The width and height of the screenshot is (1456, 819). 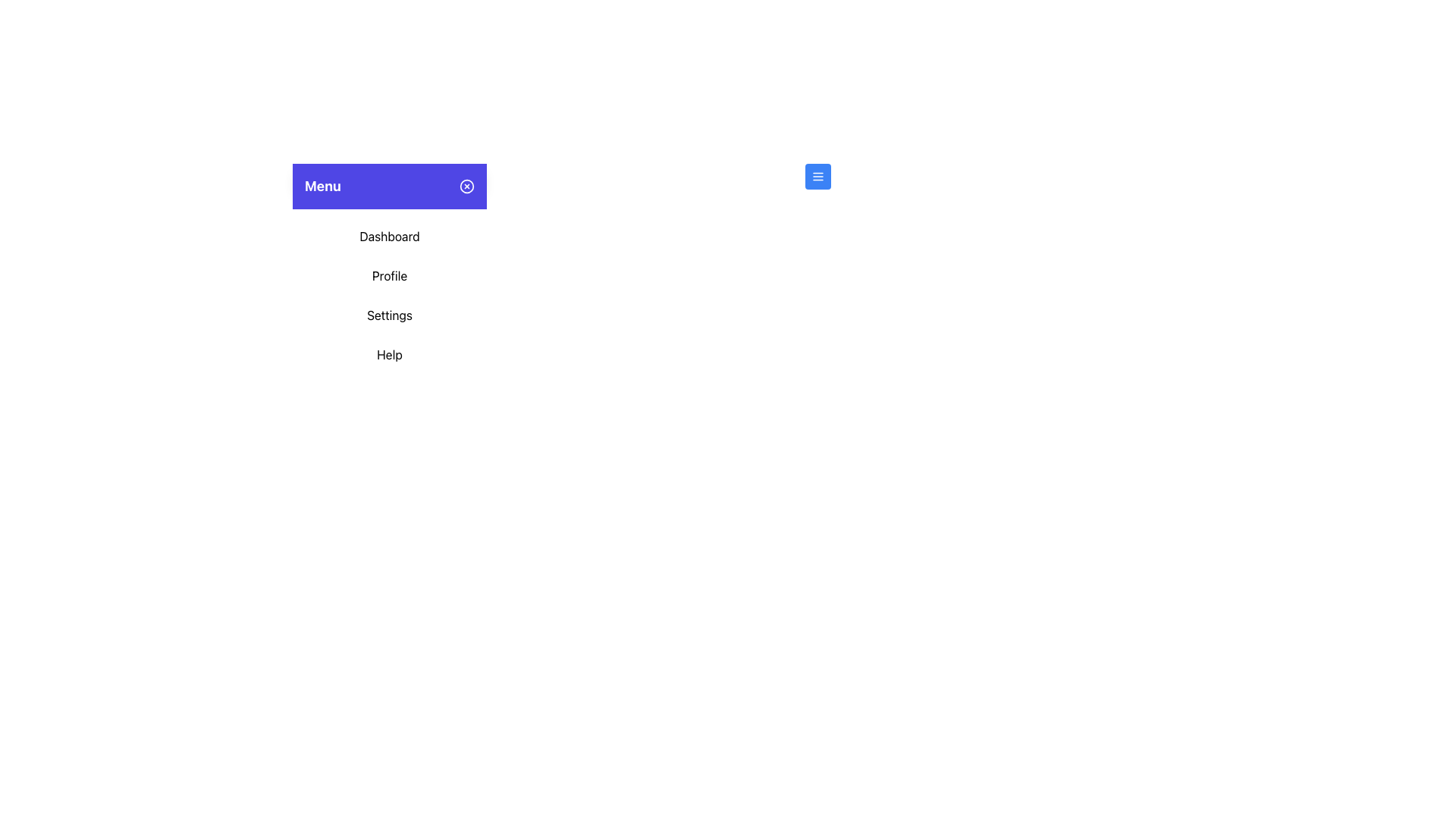 I want to click on the circular graphical element located at the top-right corner of the menu interface, which has a solid border and is part of a status indicator, so click(x=466, y=186).